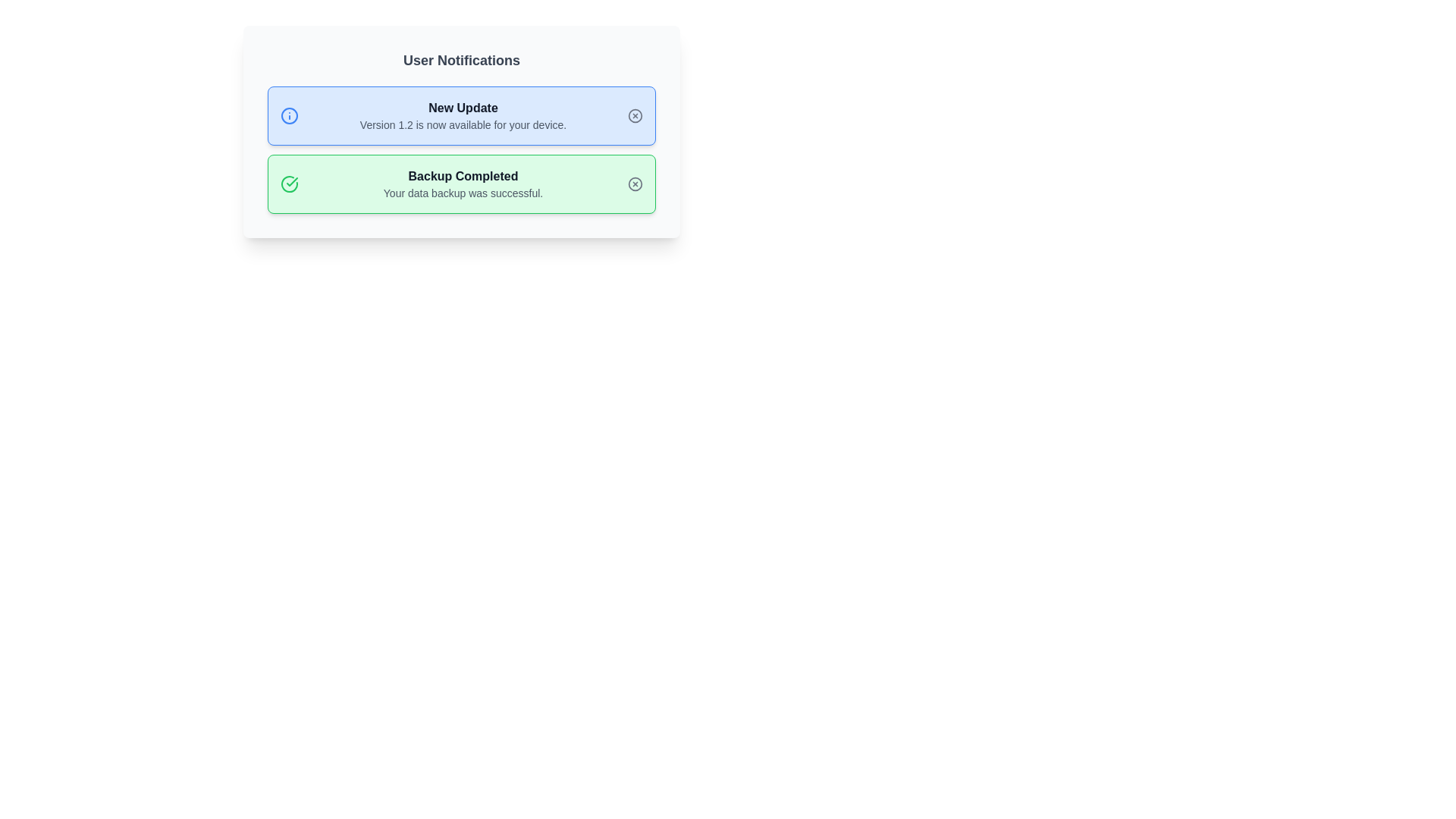  What do you see at coordinates (462, 124) in the screenshot?
I see `the Text Label that displays 'Version 1.2 is now available for your device.' which is styled in gray and positioned inside a blue card layout beneath the title 'New Update'` at bounding box center [462, 124].